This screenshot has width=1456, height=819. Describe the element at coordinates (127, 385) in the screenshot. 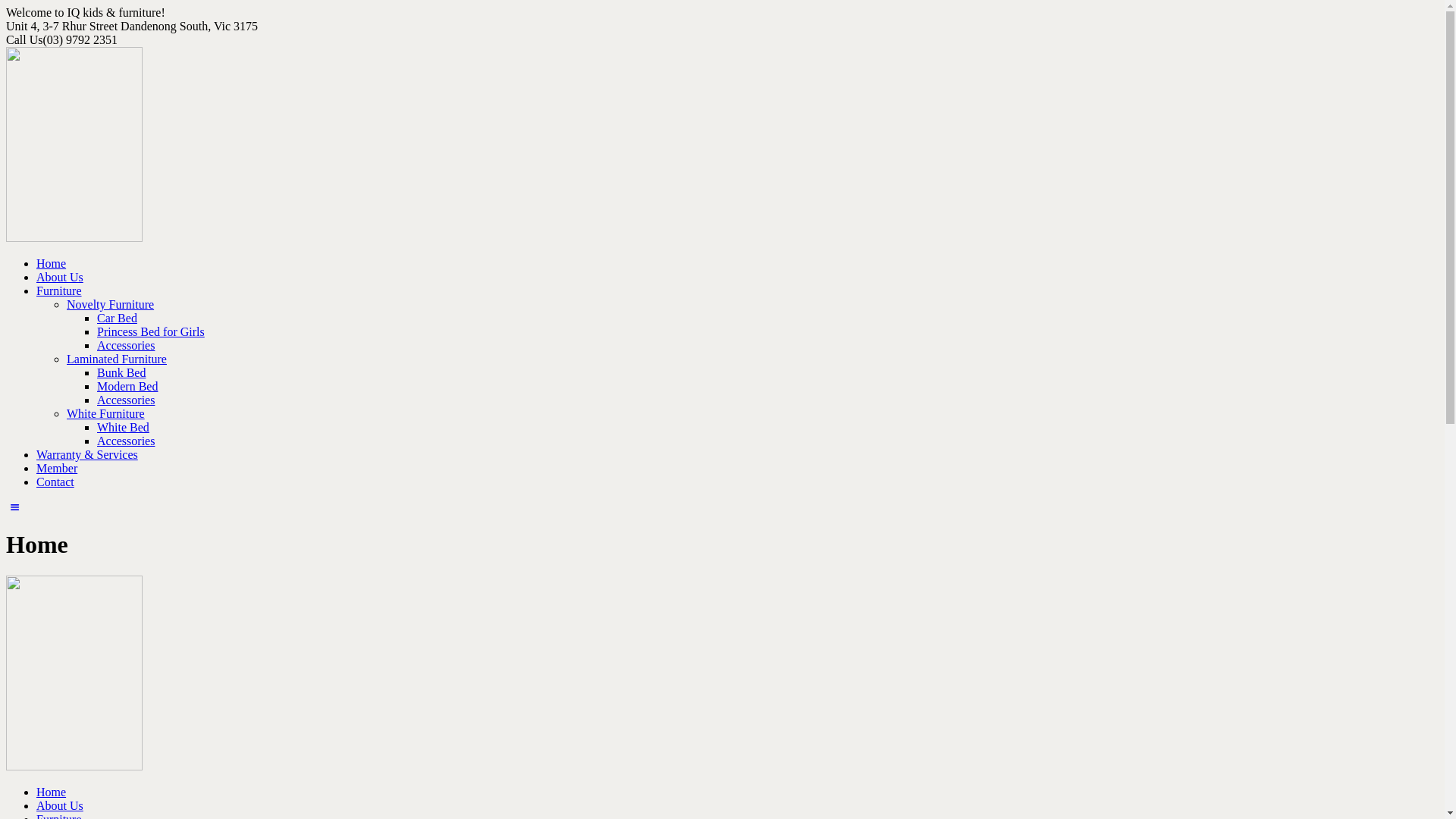

I see `'Modern Bed'` at that location.